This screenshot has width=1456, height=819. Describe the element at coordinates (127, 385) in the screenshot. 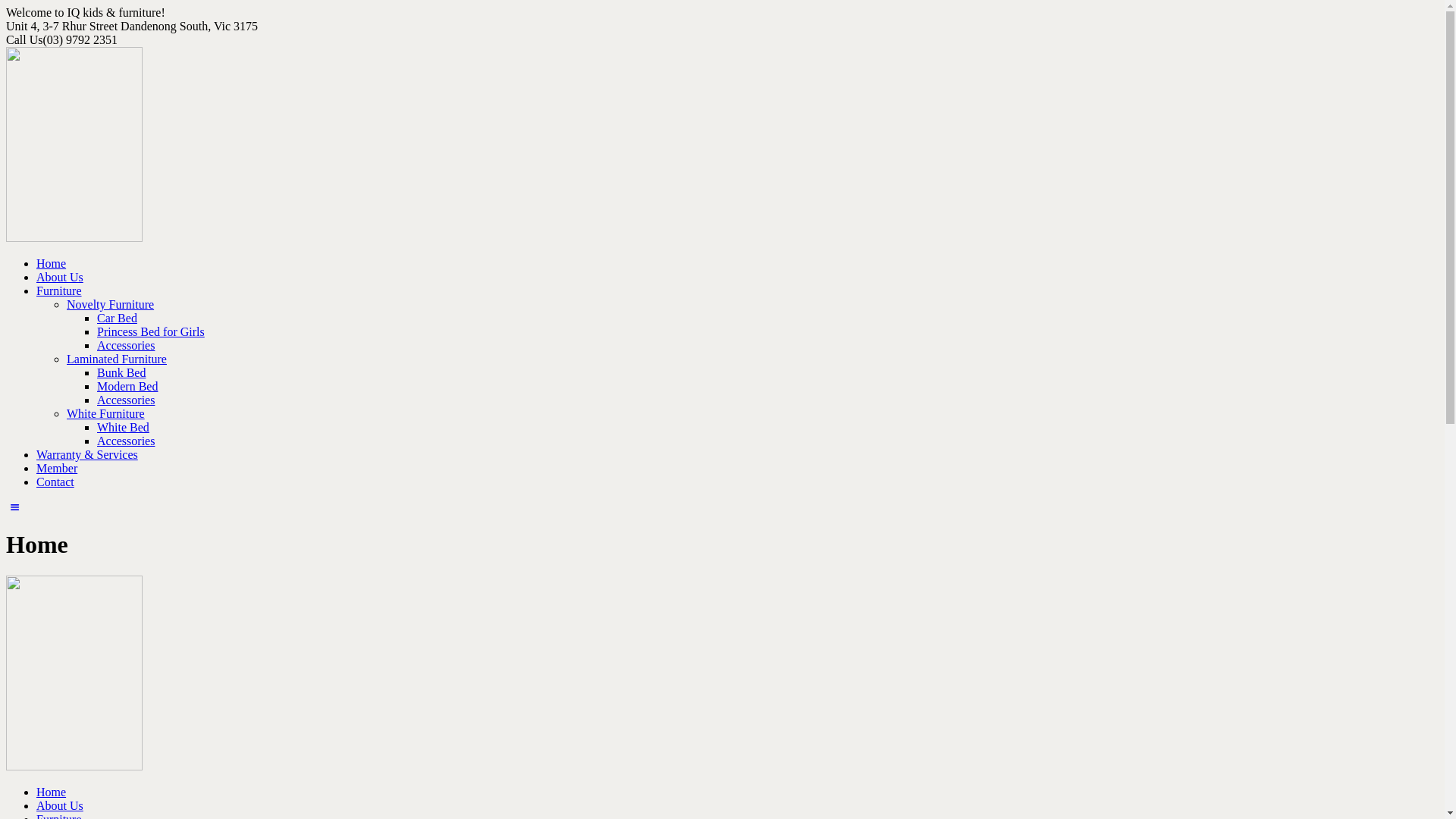

I see `'Modern Bed'` at that location.